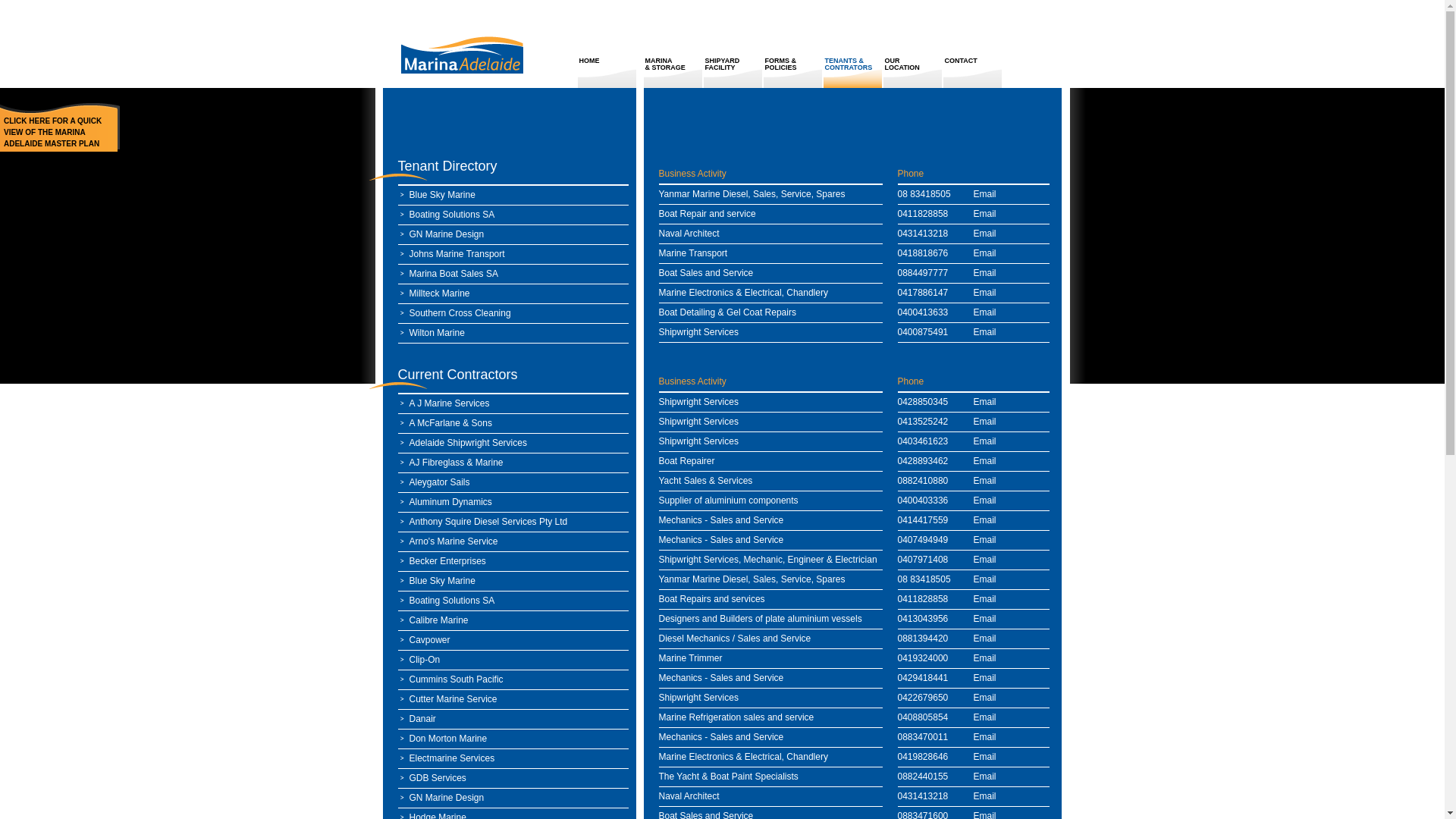  Describe the element at coordinates (973, 213) in the screenshot. I see `'Email'` at that location.